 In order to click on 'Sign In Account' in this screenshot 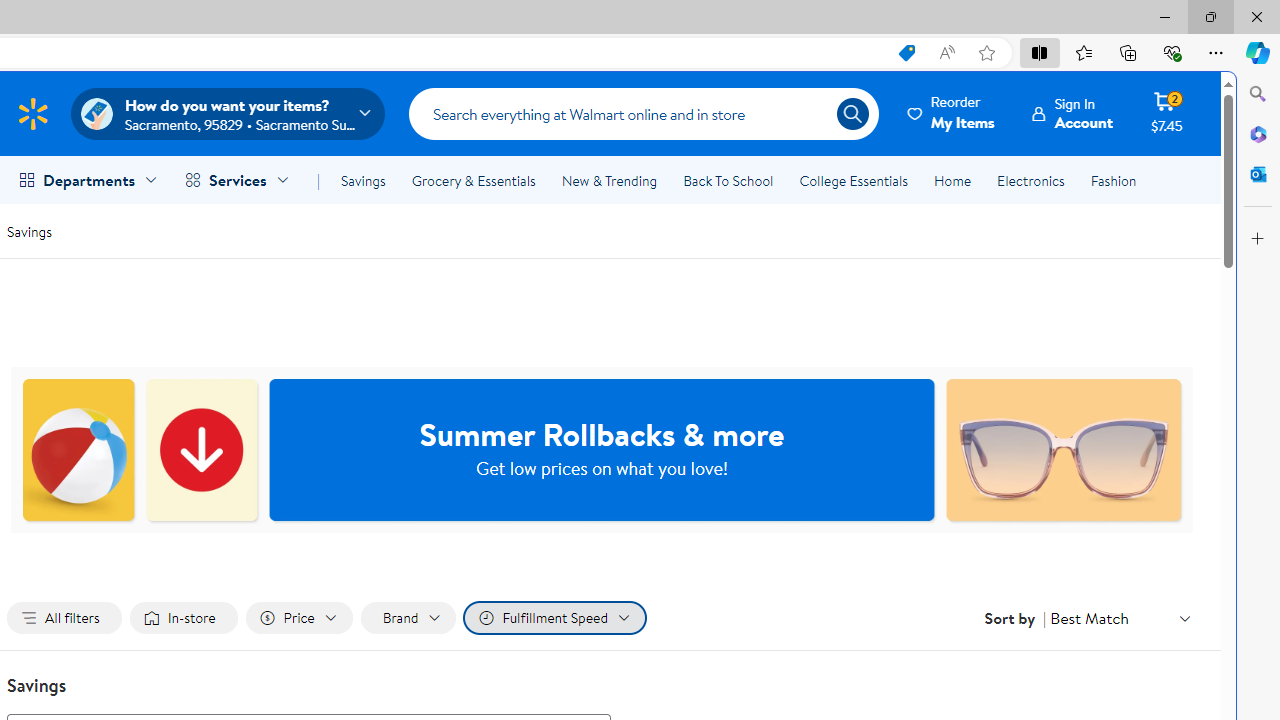, I will do `click(1072, 113)`.